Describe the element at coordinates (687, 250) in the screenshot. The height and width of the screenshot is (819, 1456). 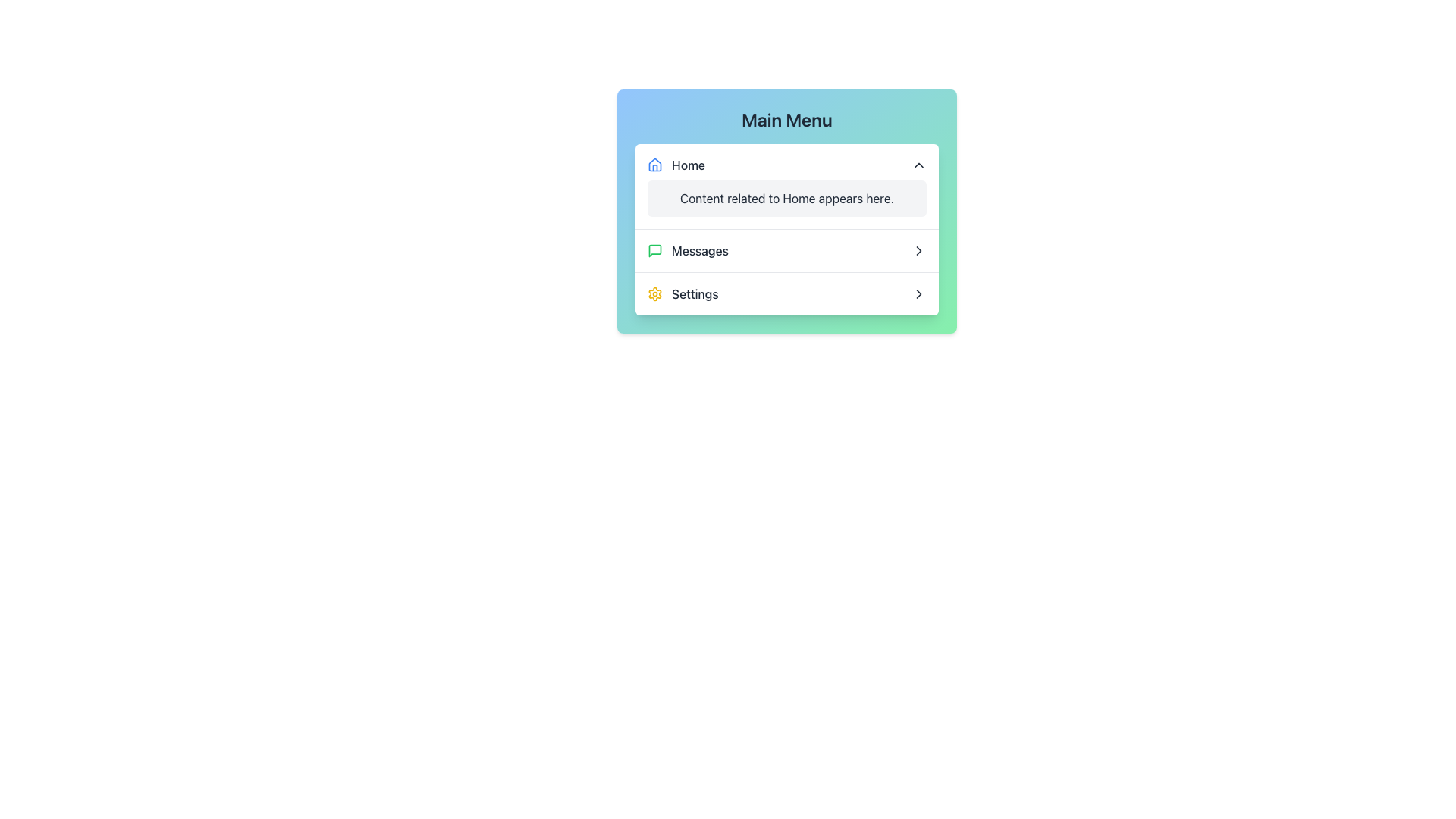
I see `the 'Messages' menu item located` at that location.